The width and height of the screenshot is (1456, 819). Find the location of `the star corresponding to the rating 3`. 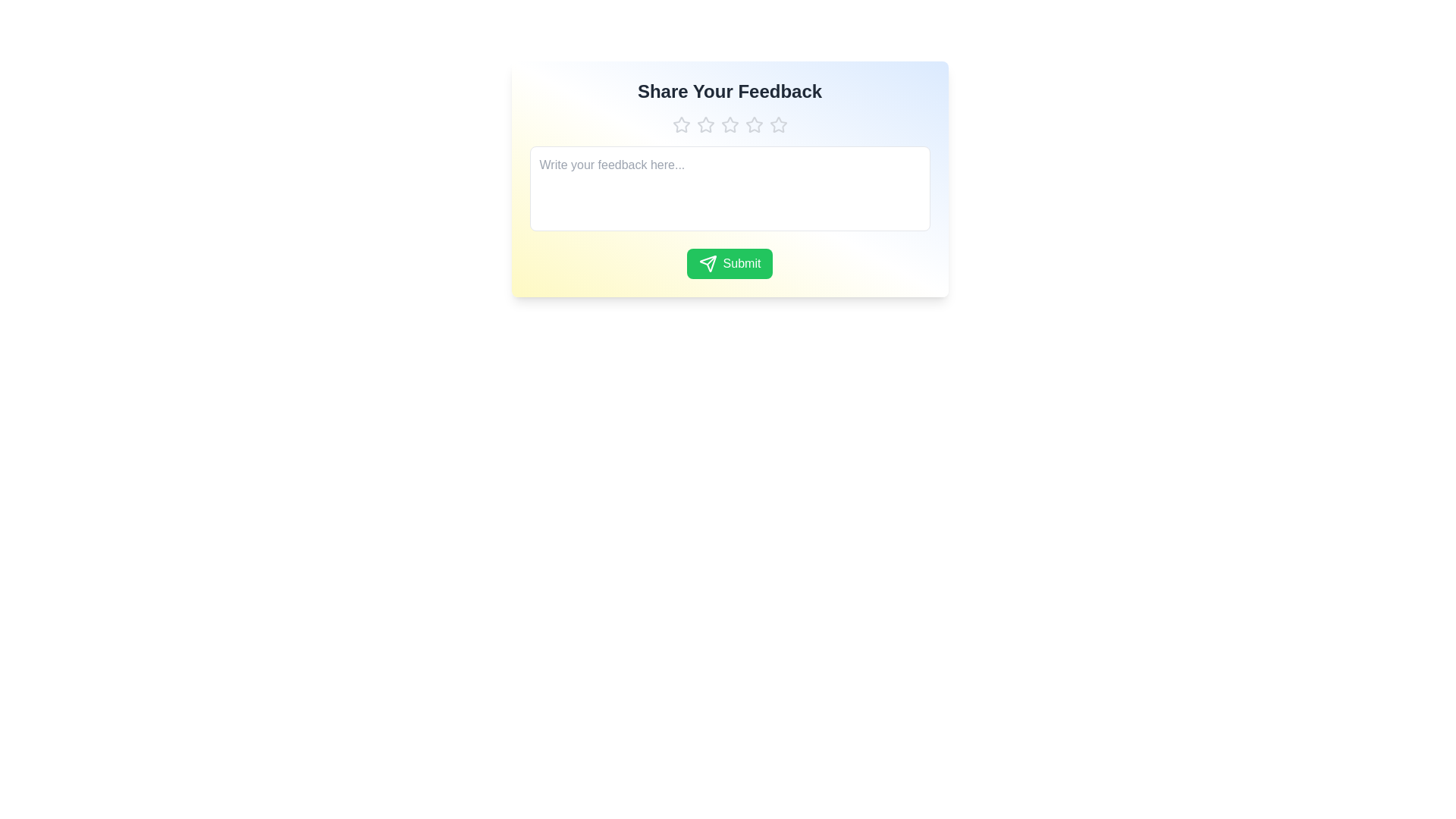

the star corresponding to the rating 3 is located at coordinates (730, 124).